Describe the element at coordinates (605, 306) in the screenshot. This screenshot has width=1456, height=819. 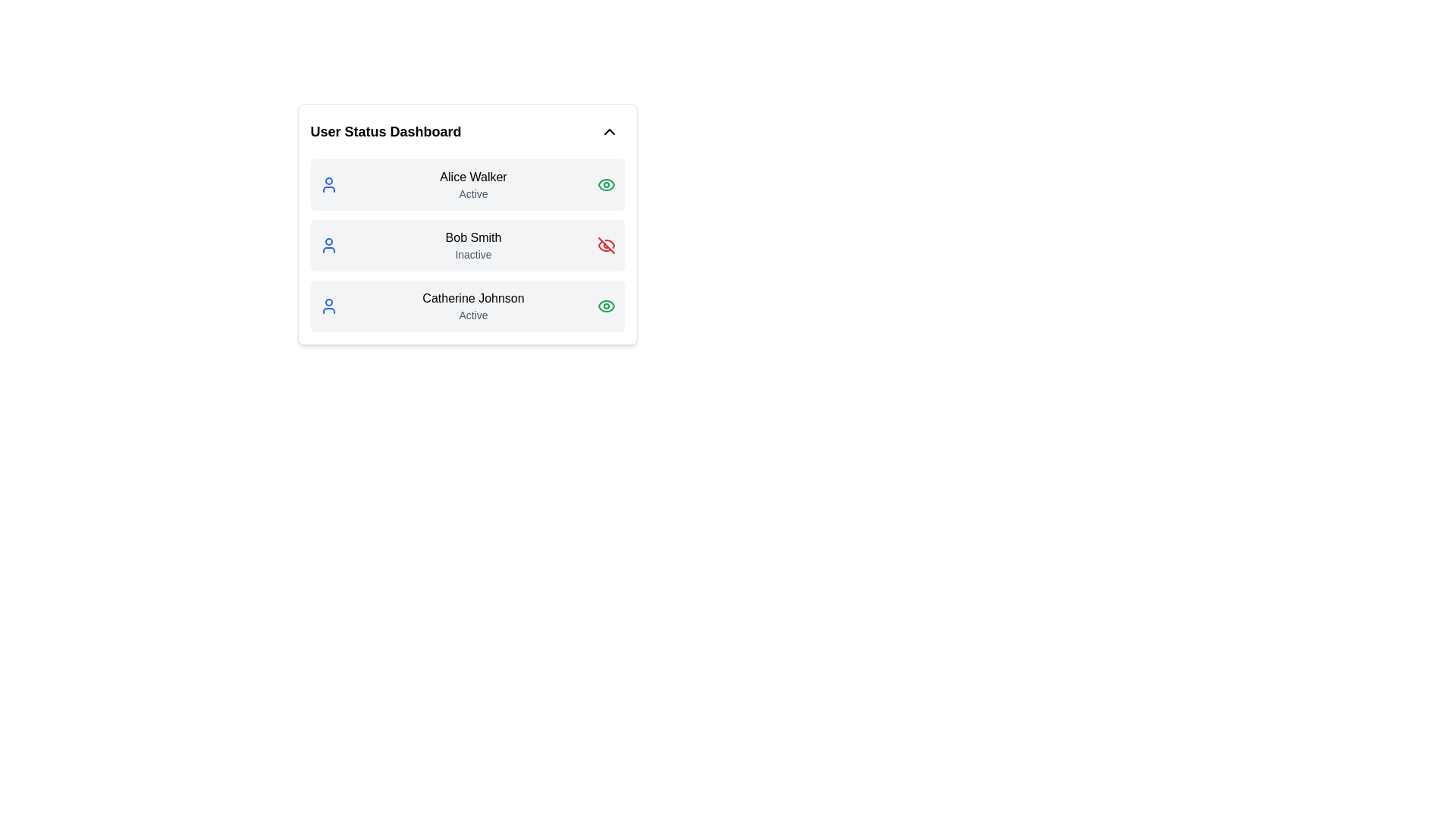
I see `the eye outline icon styled with a green stroke, located in the user dashboard module` at that location.